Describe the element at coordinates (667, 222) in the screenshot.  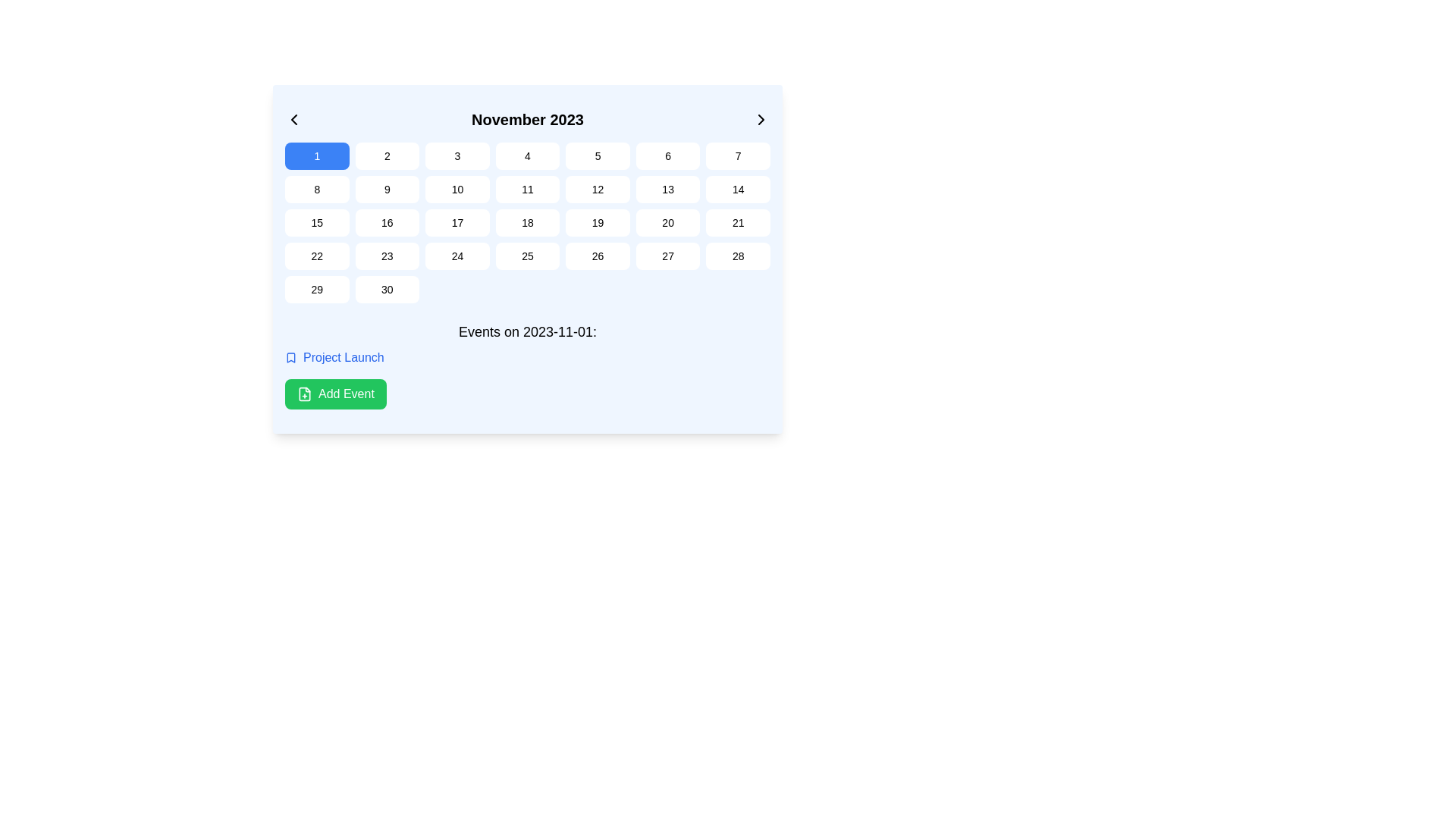
I see `the selectable date button for the 20th in the calendar grid` at that location.